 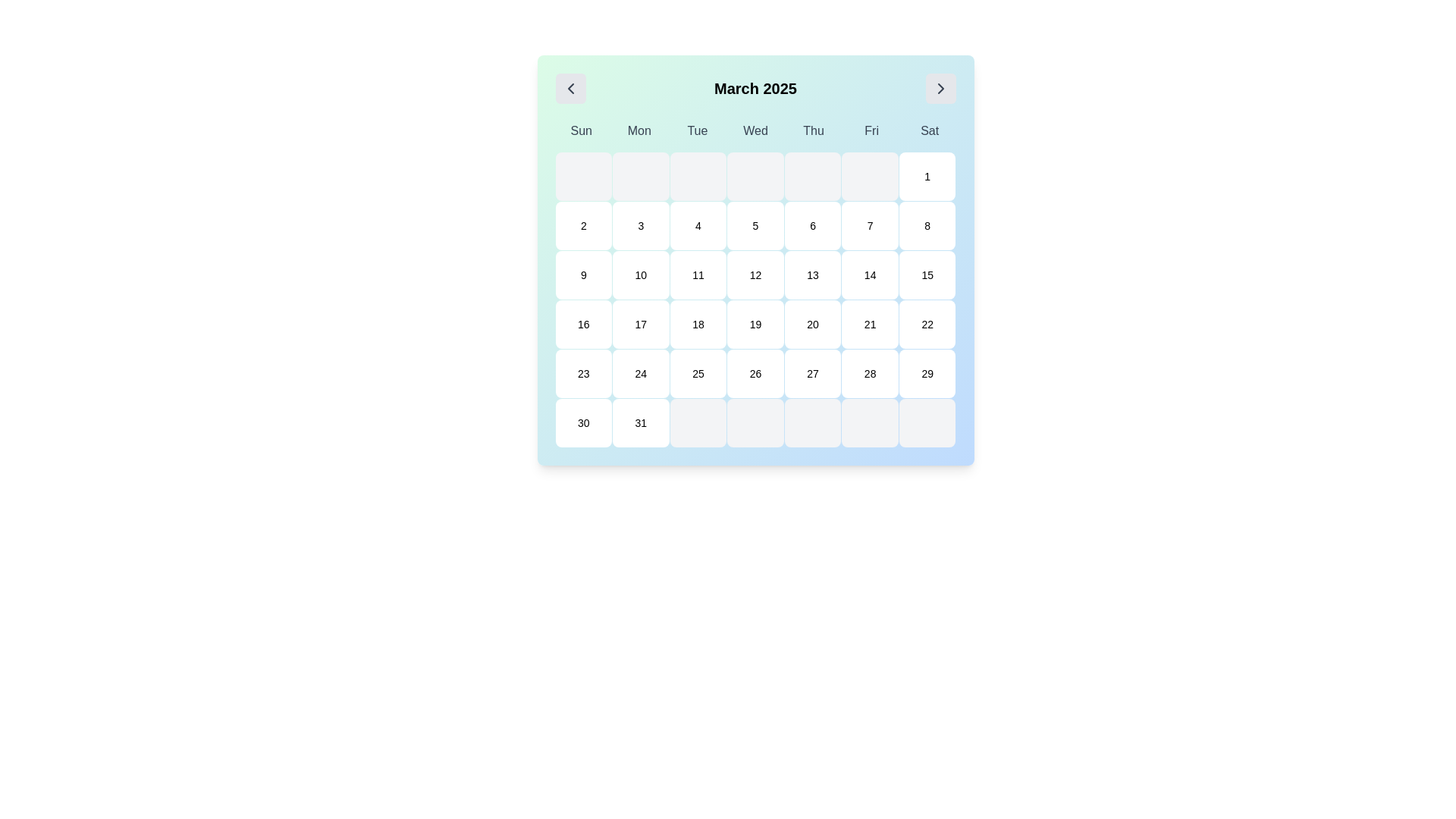 I want to click on the button representing the 21st day of the current month on the calendar interface, so click(x=870, y=324).